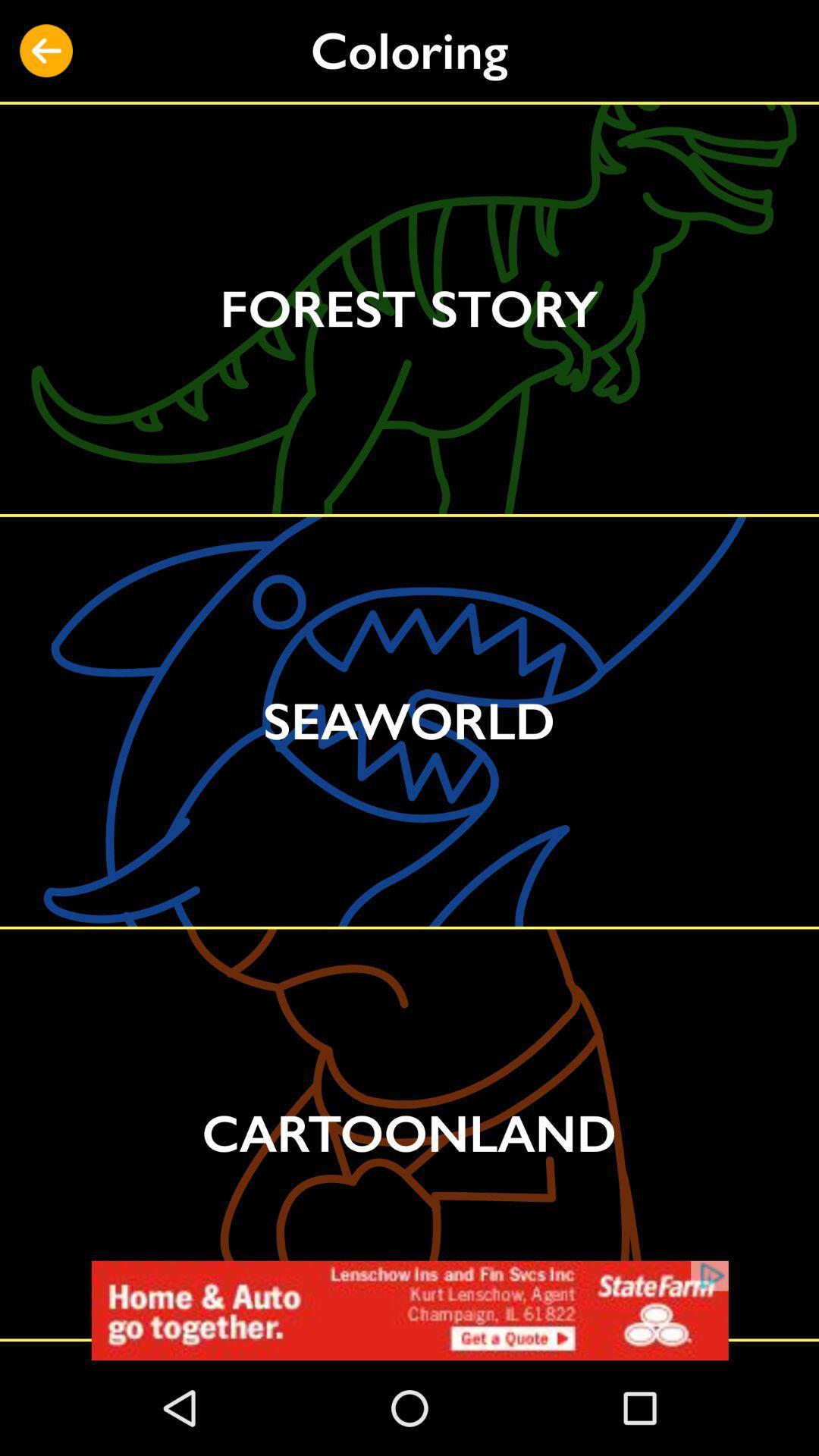 The height and width of the screenshot is (1456, 819). I want to click on the arrow_backward icon, so click(45, 51).